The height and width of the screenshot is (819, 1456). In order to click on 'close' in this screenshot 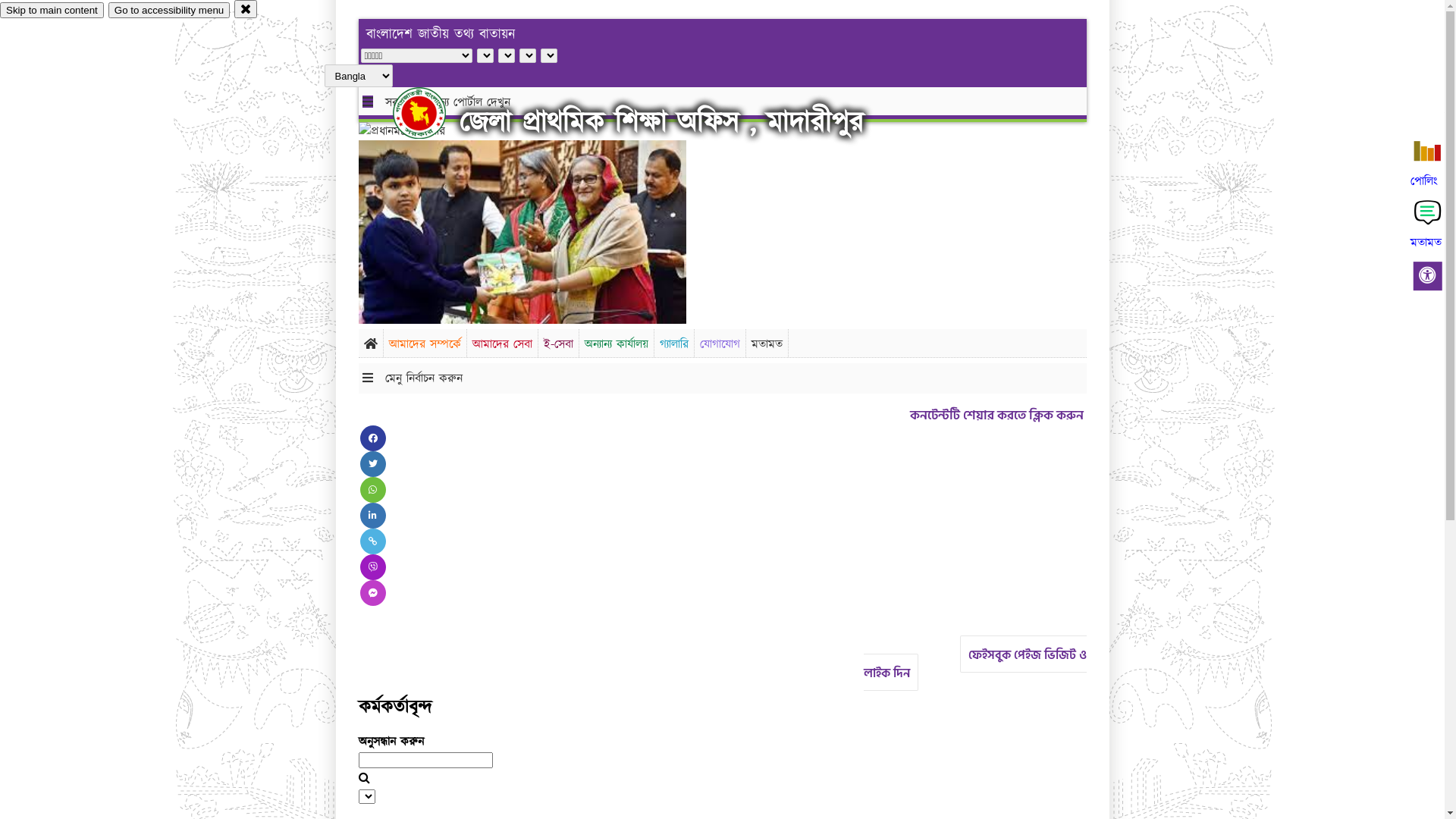, I will do `click(246, 8)`.